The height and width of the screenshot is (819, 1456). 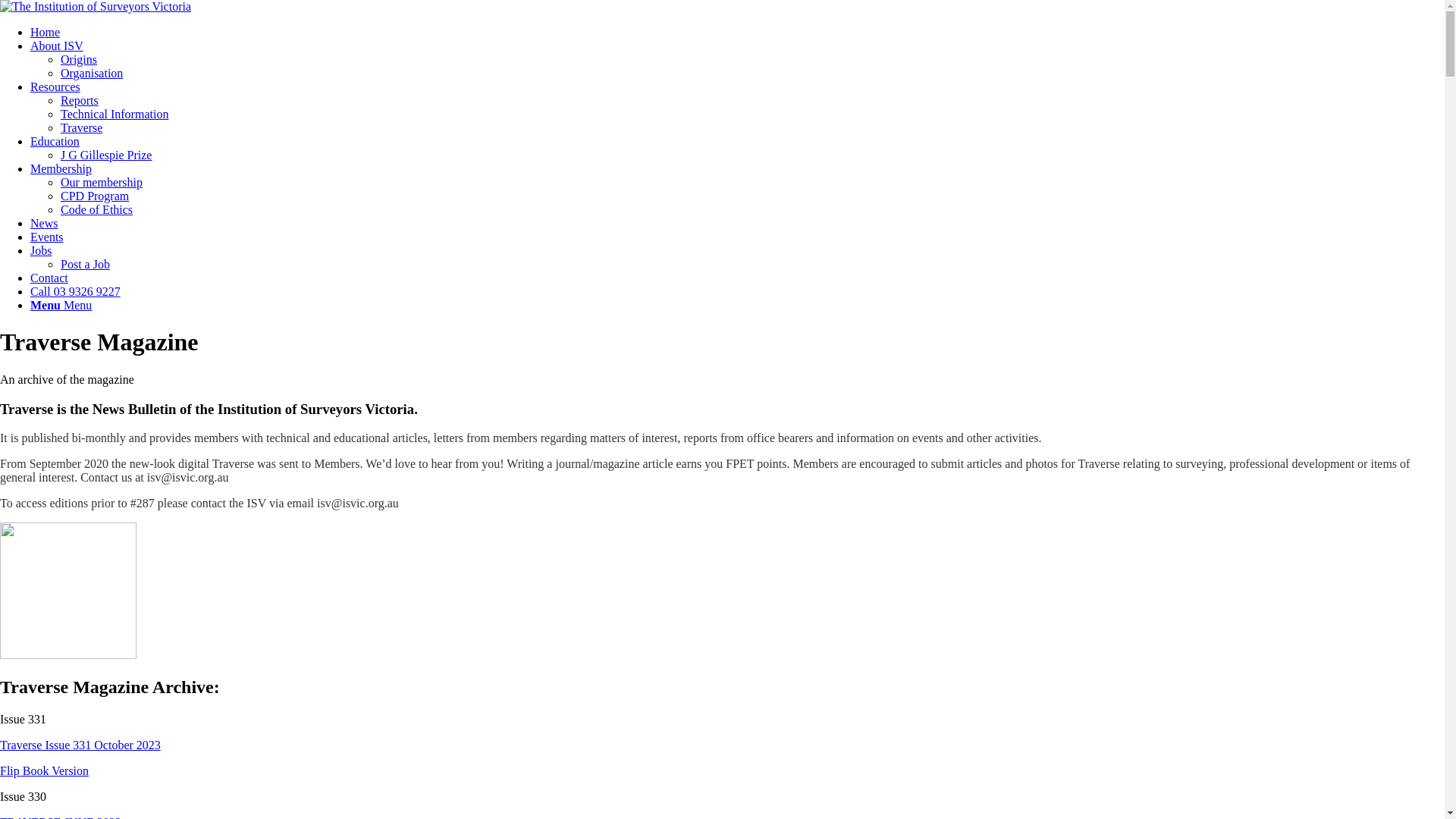 I want to click on 'About ISV', so click(x=57, y=45).